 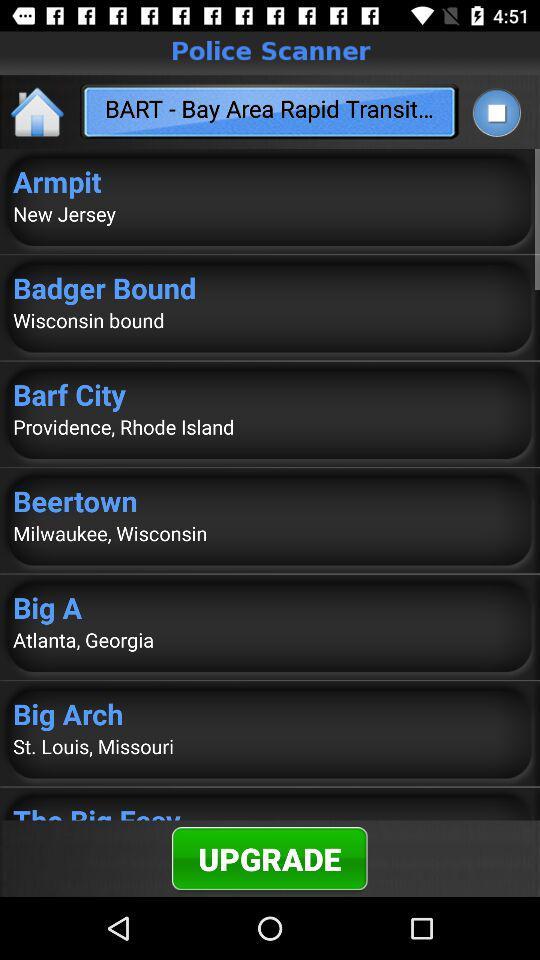 What do you see at coordinates (495, 112) in the screenshot?
I see `icon to the right of the bart bay area item` at bounding box center [495, 112].